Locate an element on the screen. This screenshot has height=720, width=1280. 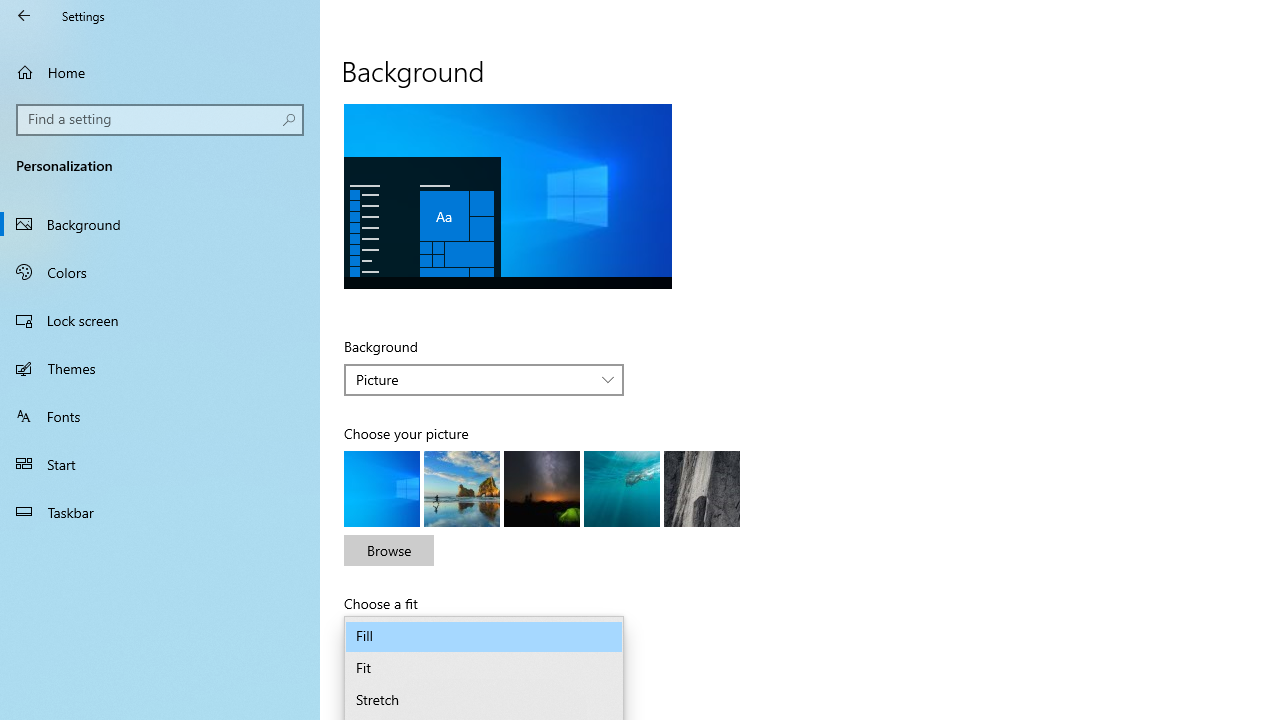
'Fit' is located at coordinates (484, 668).